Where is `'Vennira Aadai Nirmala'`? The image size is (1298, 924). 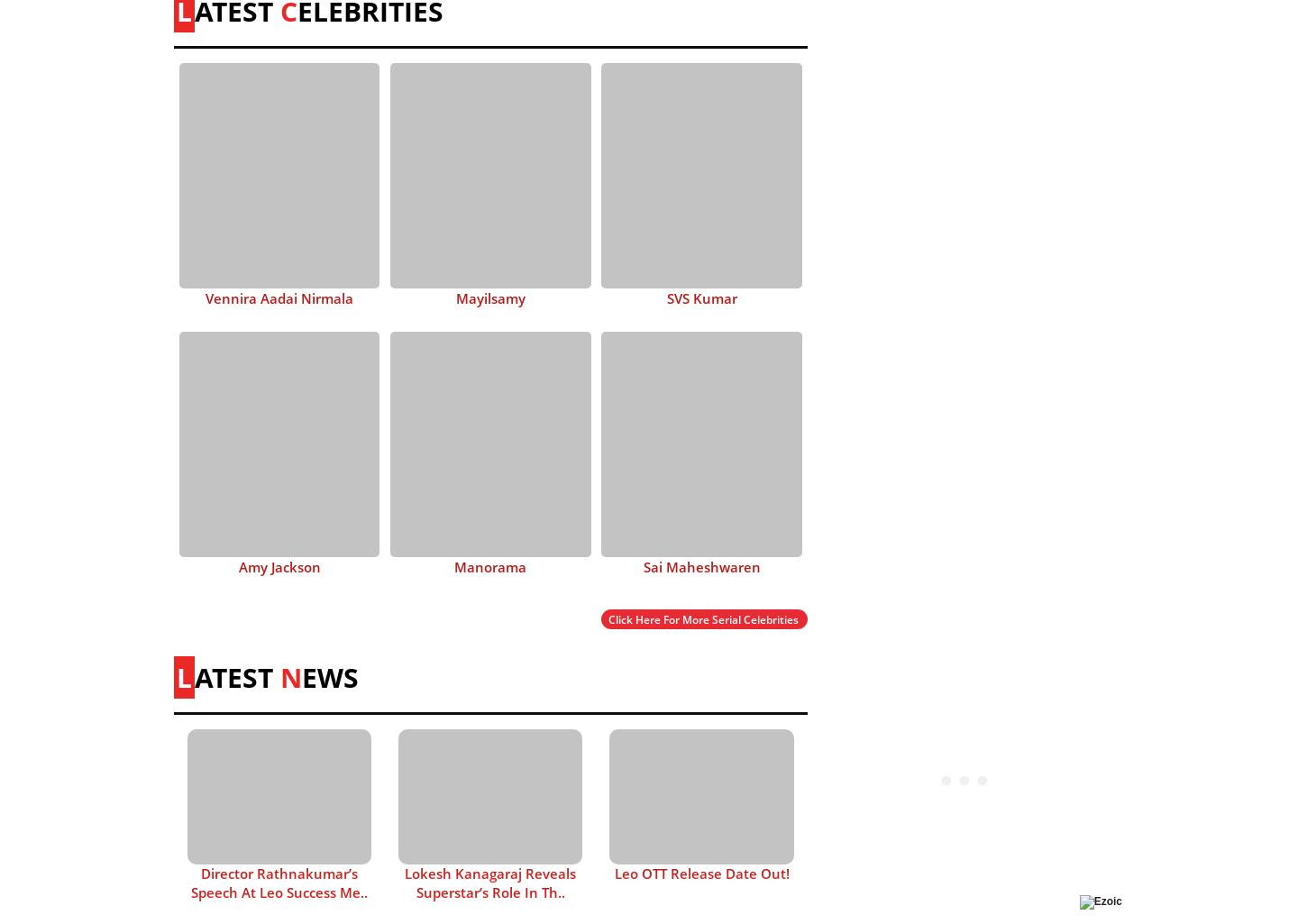
'Vennira Aadai Nirmala' is located at coordinates (279, 297).